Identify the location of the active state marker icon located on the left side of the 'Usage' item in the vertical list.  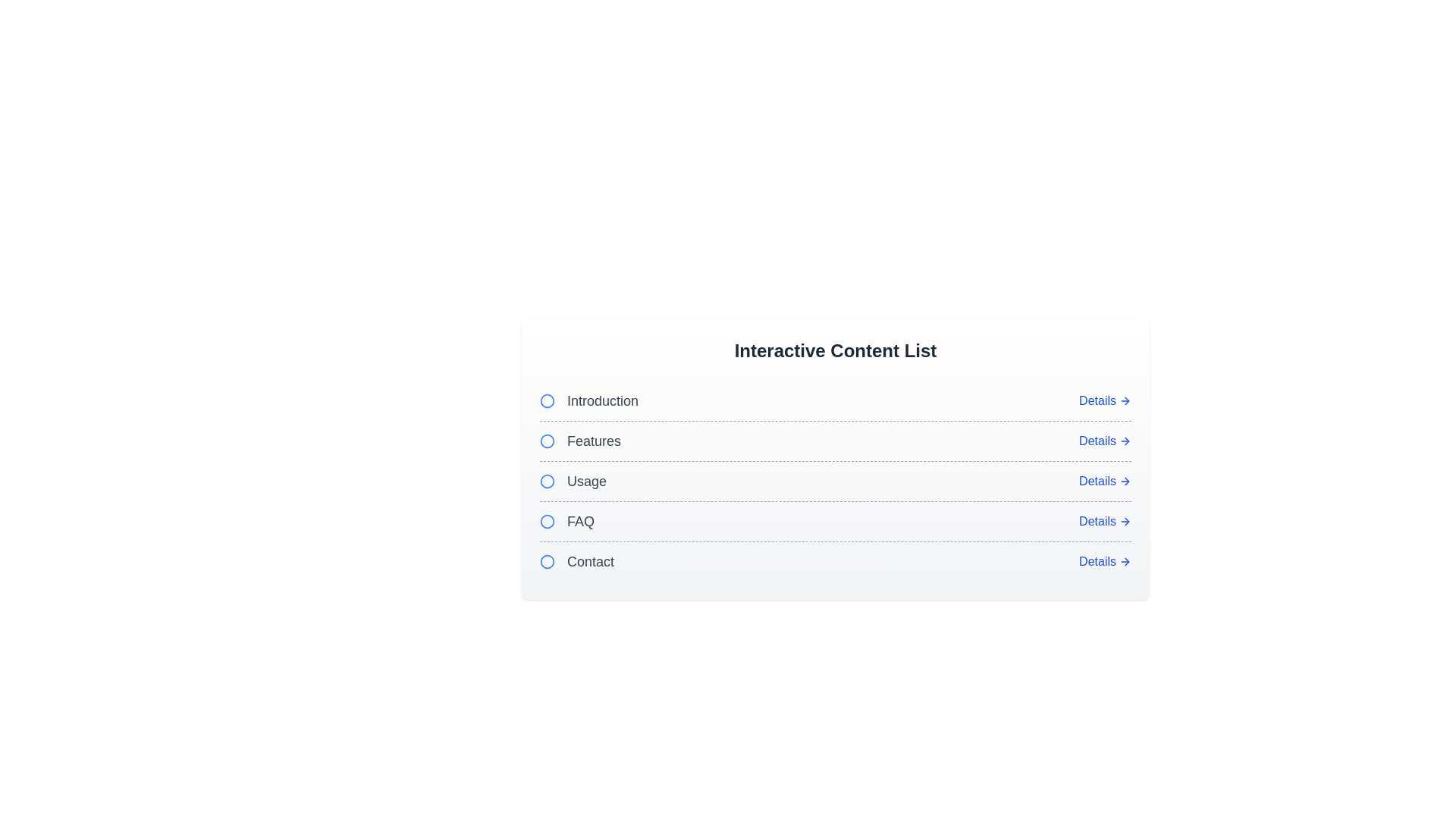
(546, 482).